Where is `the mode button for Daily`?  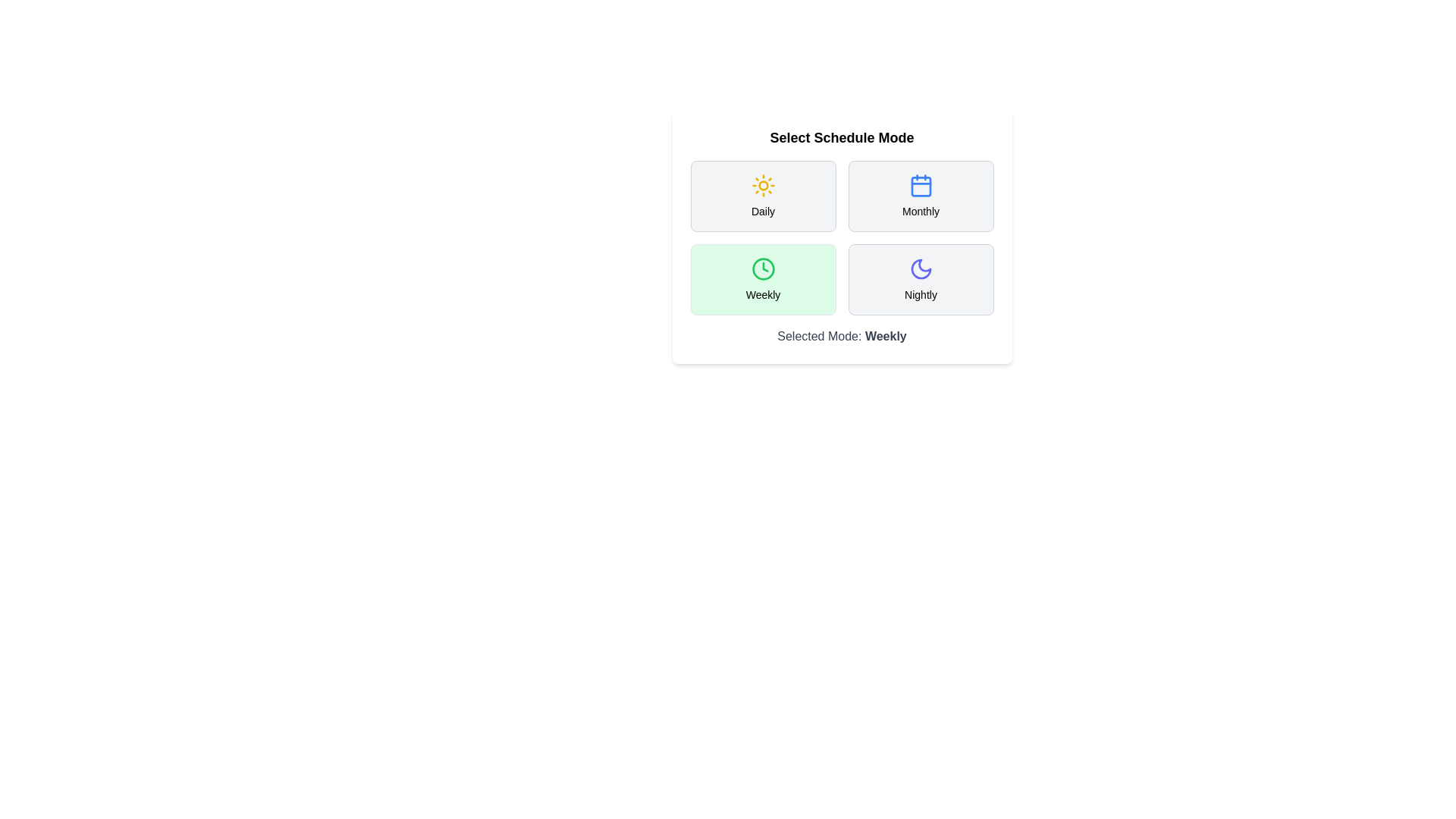
the mode button for Daily is located at coordinates (763, 195).